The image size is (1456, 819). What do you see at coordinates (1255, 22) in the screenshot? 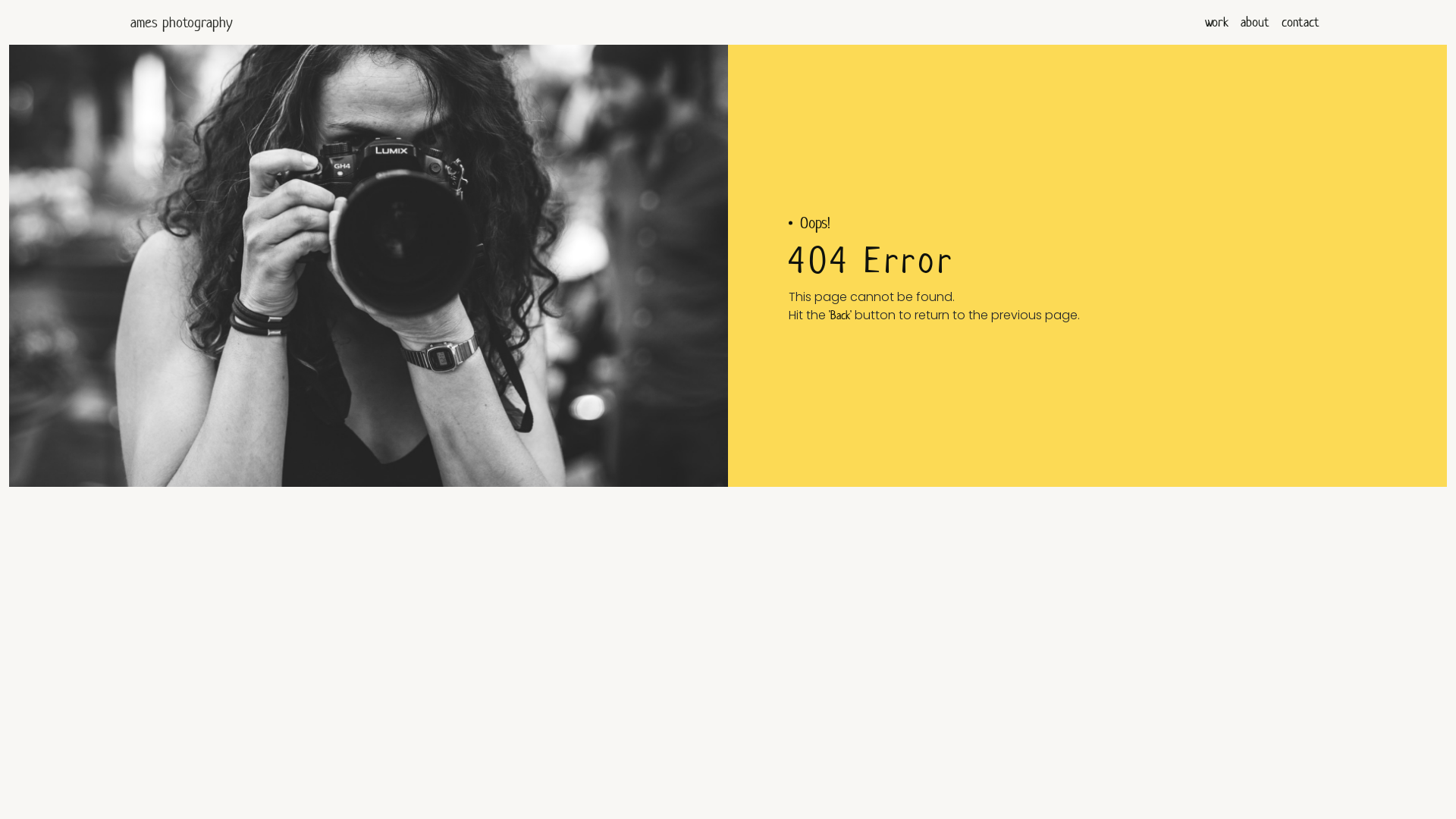
I see `'about'` at bounding box center [1255, 22].